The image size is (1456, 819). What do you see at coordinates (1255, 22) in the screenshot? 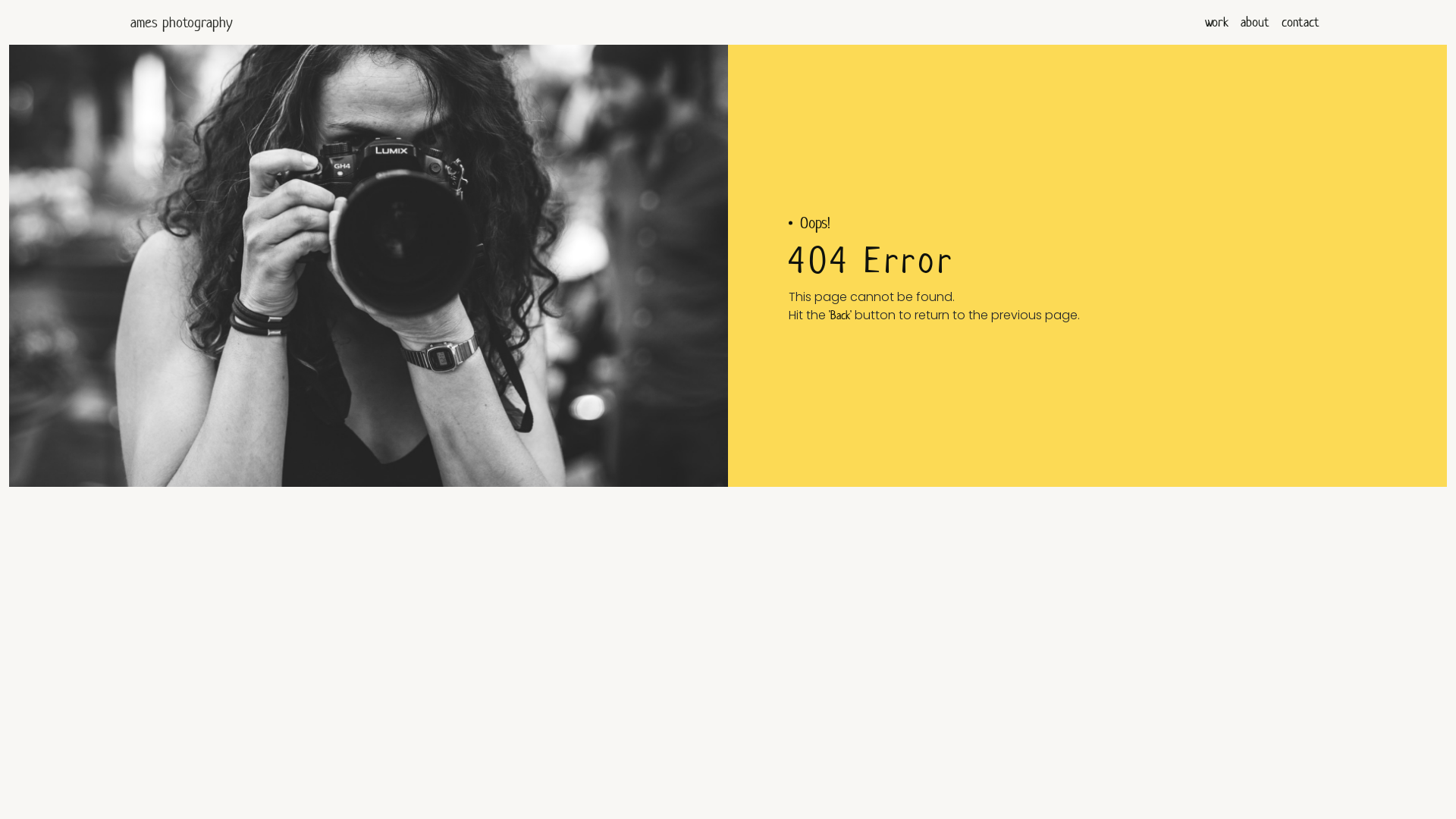
I see `'about'` at bounding box center [1255, 22].